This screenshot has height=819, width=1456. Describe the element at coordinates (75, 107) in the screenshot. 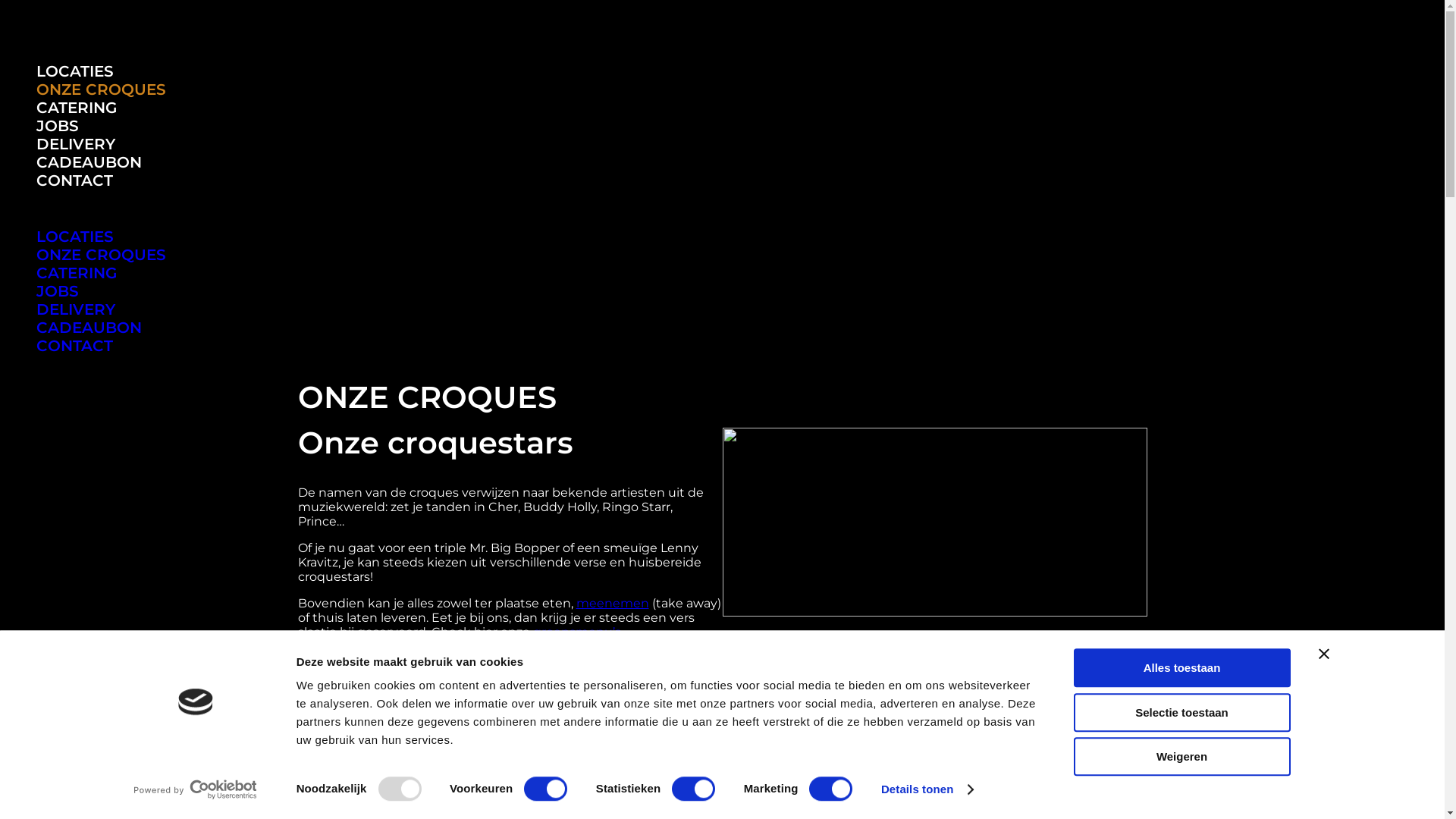

I see `'CATERING'` at that location.